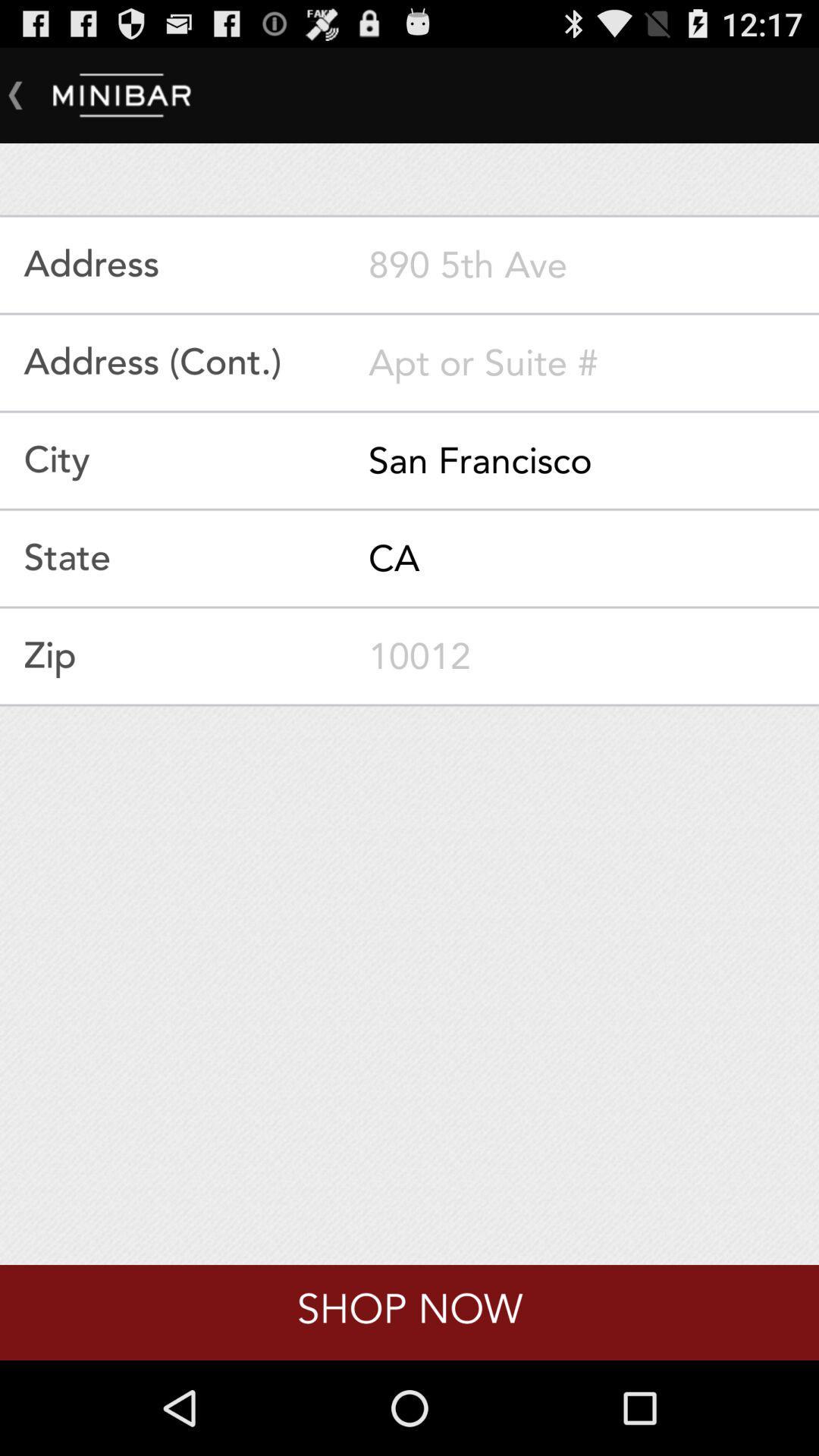 The height and width of the screenshot is (1456, 819). Describe the element at coordinates (593, 265) in the screenshot. I see `ender the address` at that location.